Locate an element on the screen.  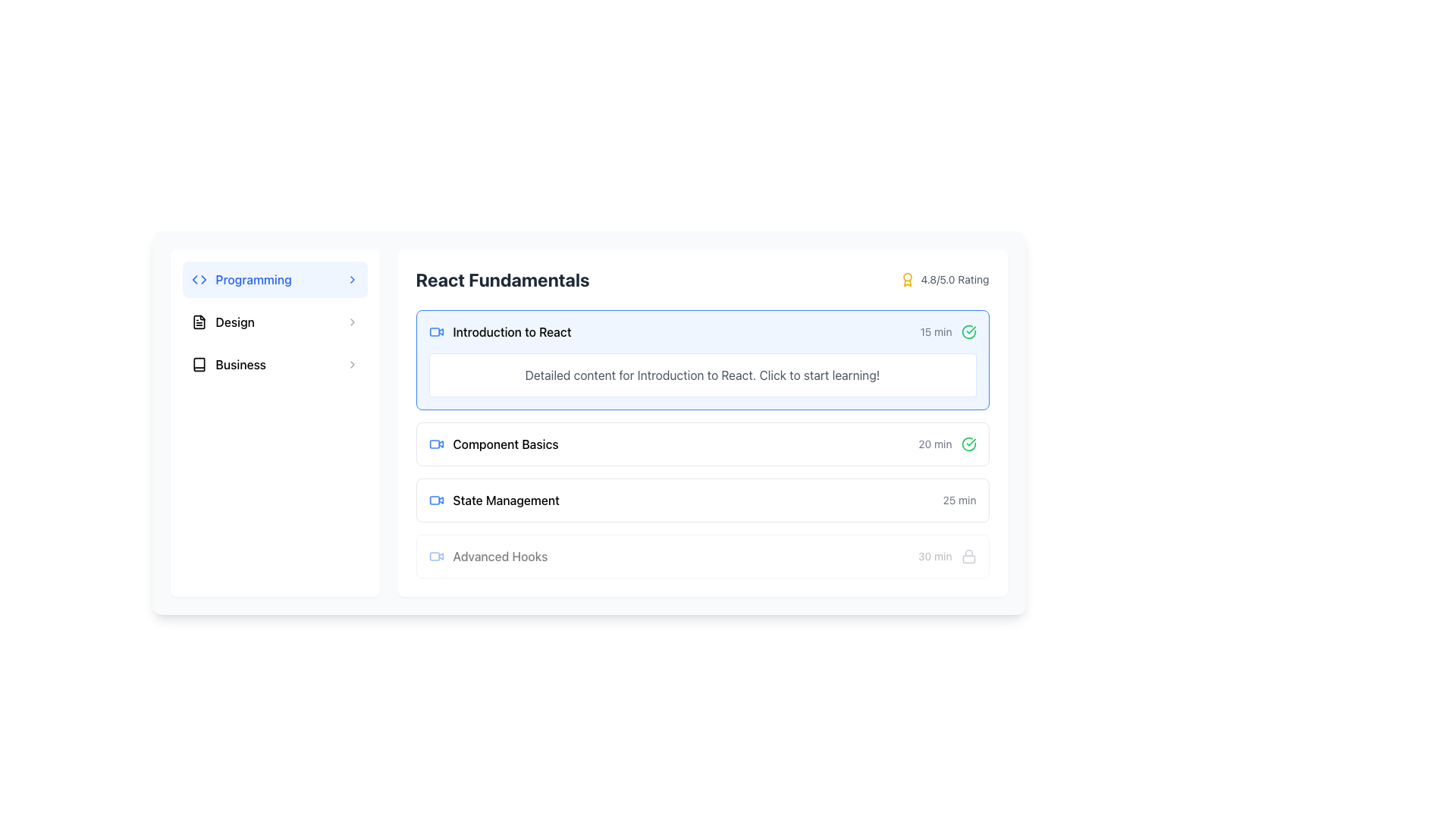
the icon indicating 'State Management' related to video content, located is located at coordinates (435, 500).